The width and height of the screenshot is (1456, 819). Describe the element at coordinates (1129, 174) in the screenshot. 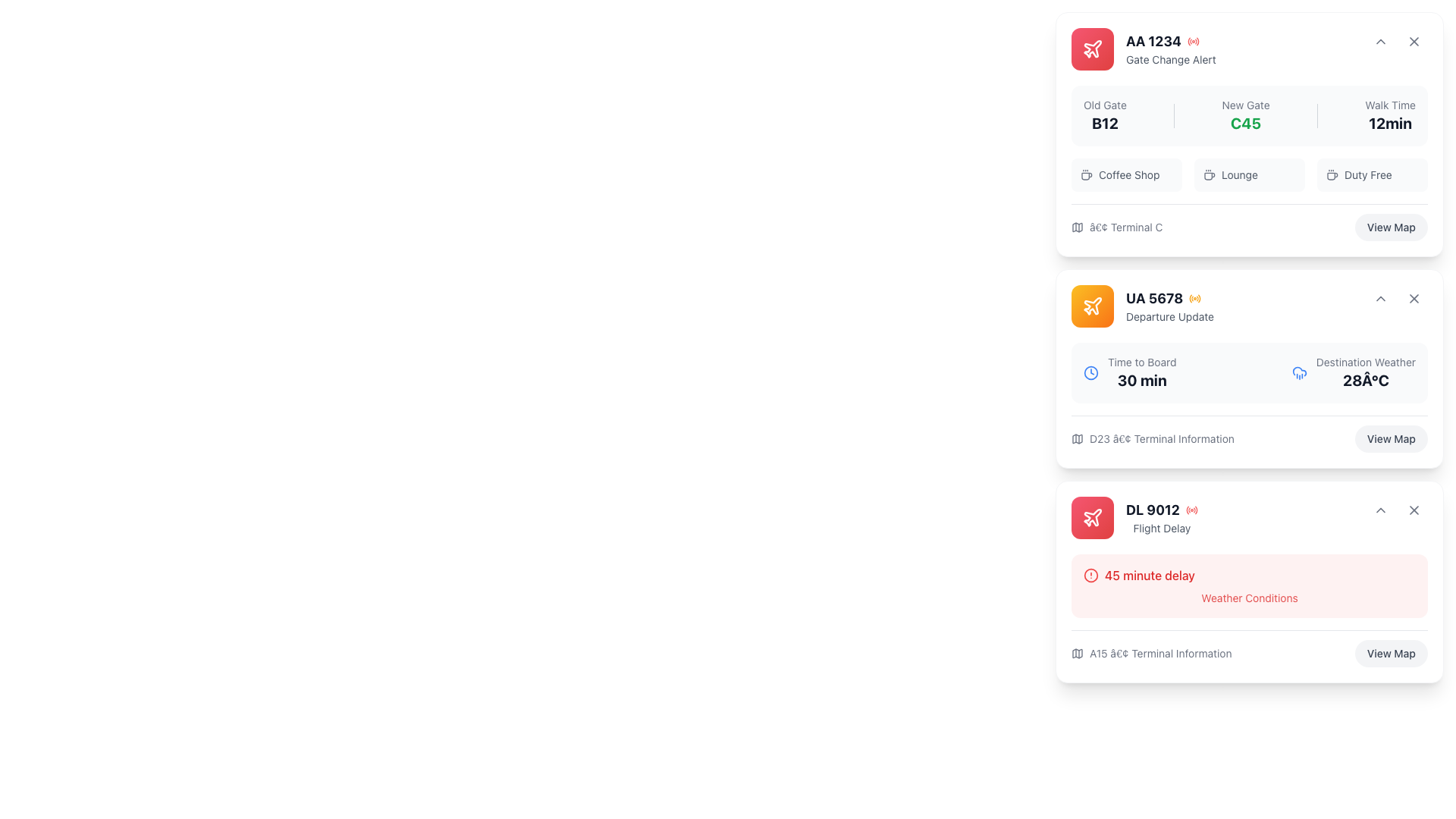

I see `the Text label that provides contextual information about the availability of a Coffee Shop facility, located within the card labeled 'AA 1234', positioned between the coffee cup icon and the 'Lounge' label` at that location.